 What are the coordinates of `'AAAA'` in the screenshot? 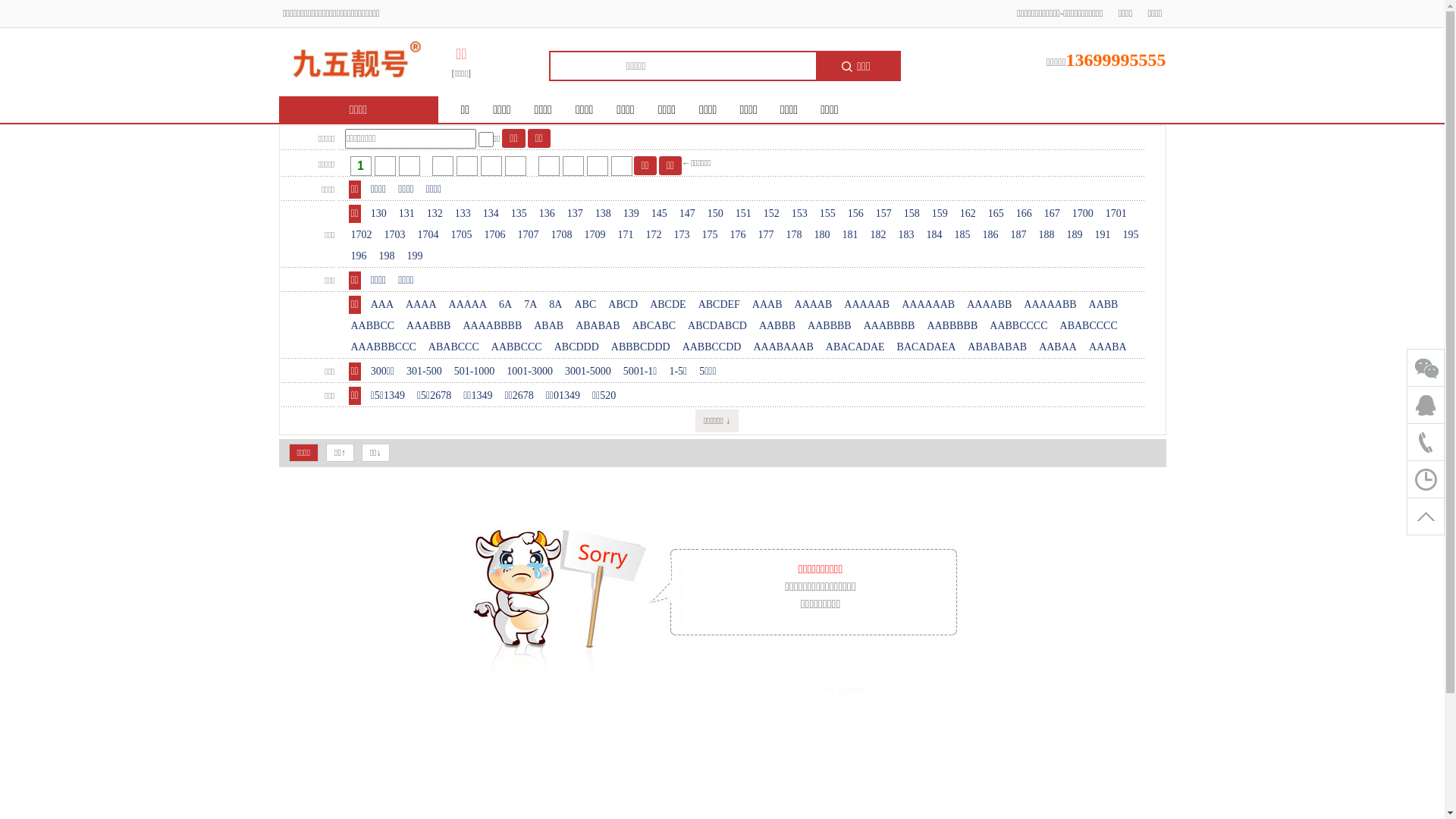 It's located at (421, 304).